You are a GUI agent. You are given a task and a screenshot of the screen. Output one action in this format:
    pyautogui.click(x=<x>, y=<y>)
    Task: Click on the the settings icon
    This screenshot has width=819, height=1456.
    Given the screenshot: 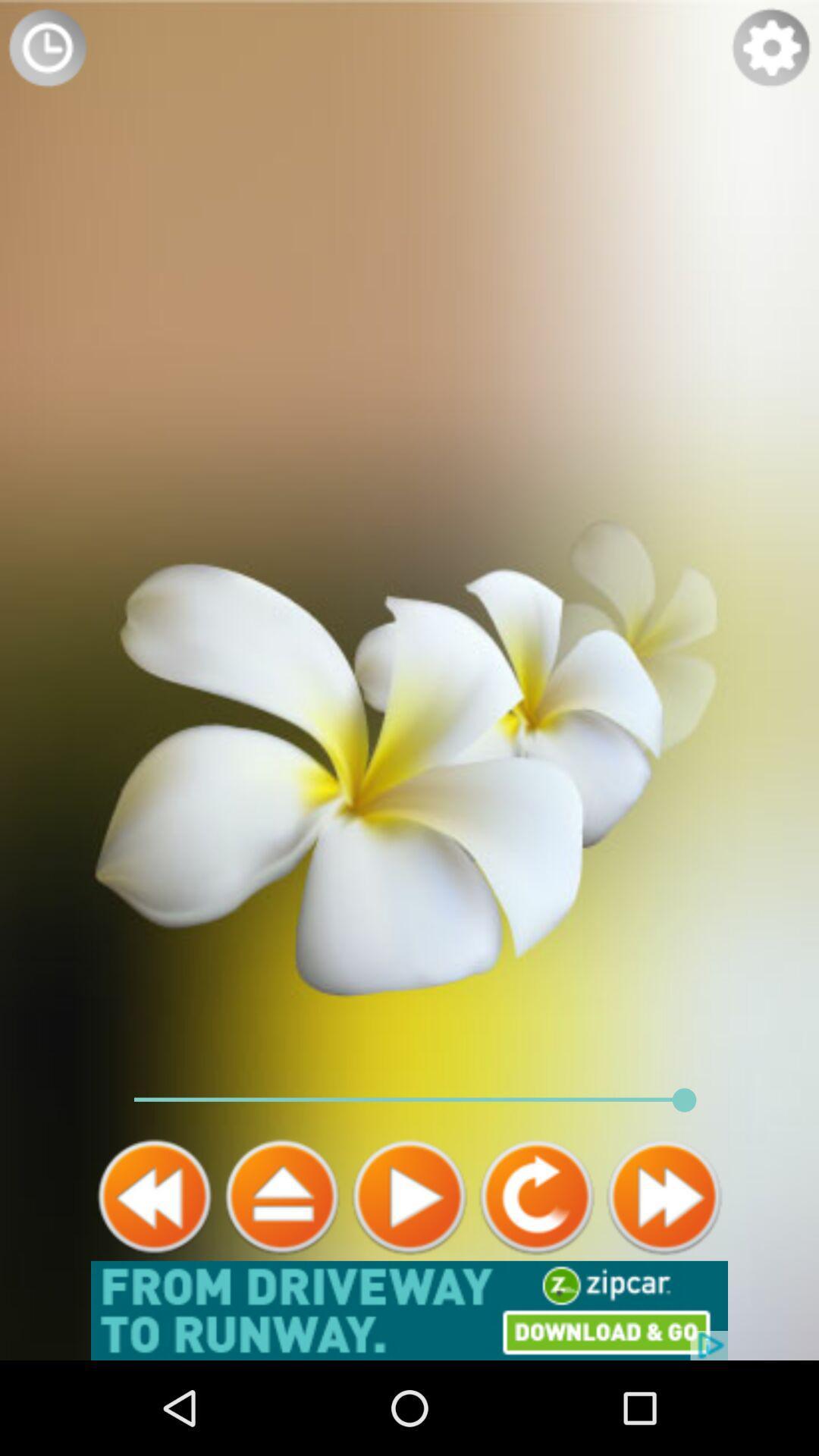 What is the action you would take?
    pyautogui.click(x=771, y=47)
    